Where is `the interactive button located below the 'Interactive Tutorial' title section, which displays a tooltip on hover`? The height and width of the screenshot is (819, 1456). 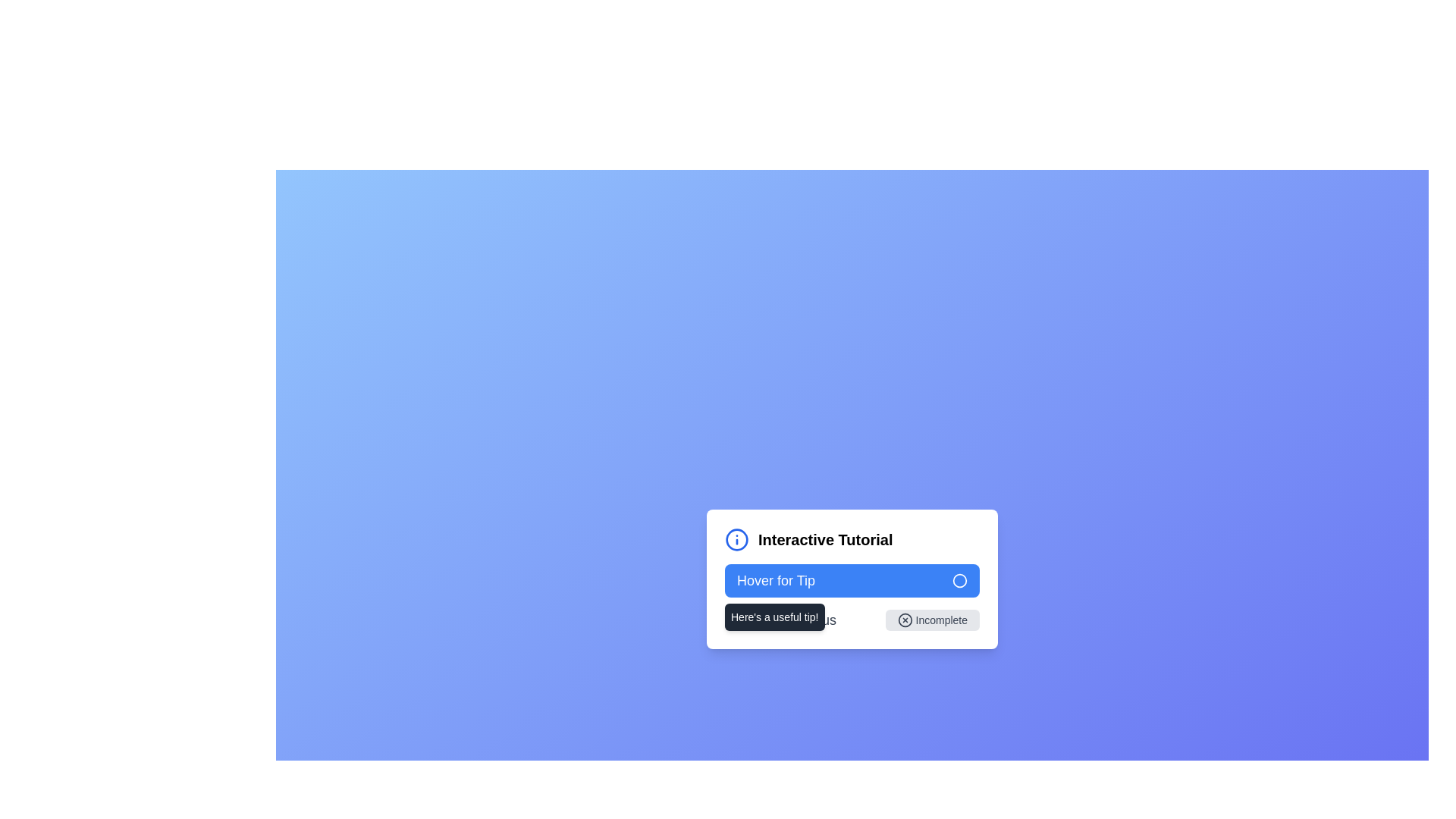
the interactive button located below the 'Interactive Tutorial' title section, which displays a tooltip on hover is located at coordinates (852, 579).